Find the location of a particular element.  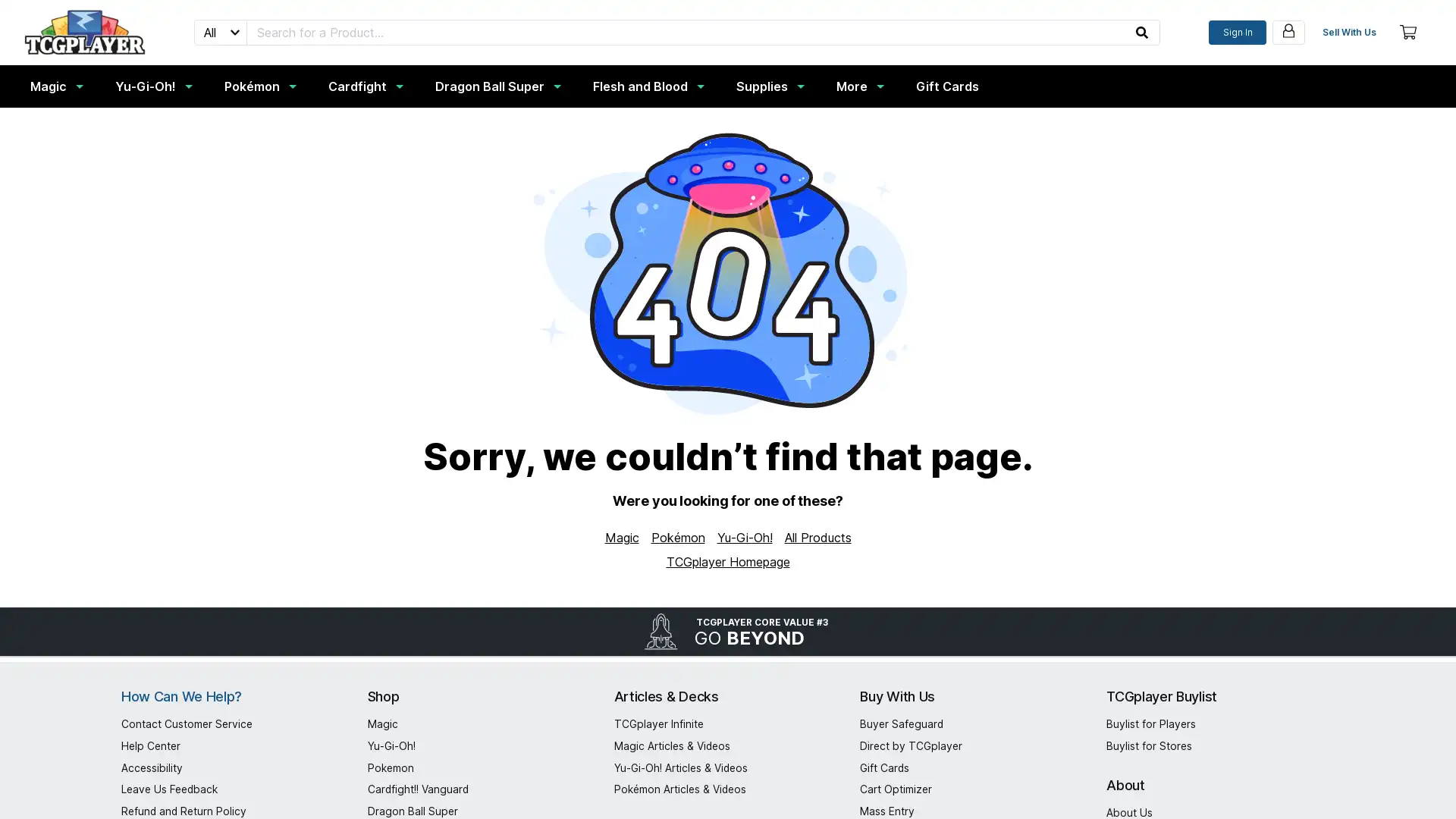

submit your search is located at coordinates (1142, 32).